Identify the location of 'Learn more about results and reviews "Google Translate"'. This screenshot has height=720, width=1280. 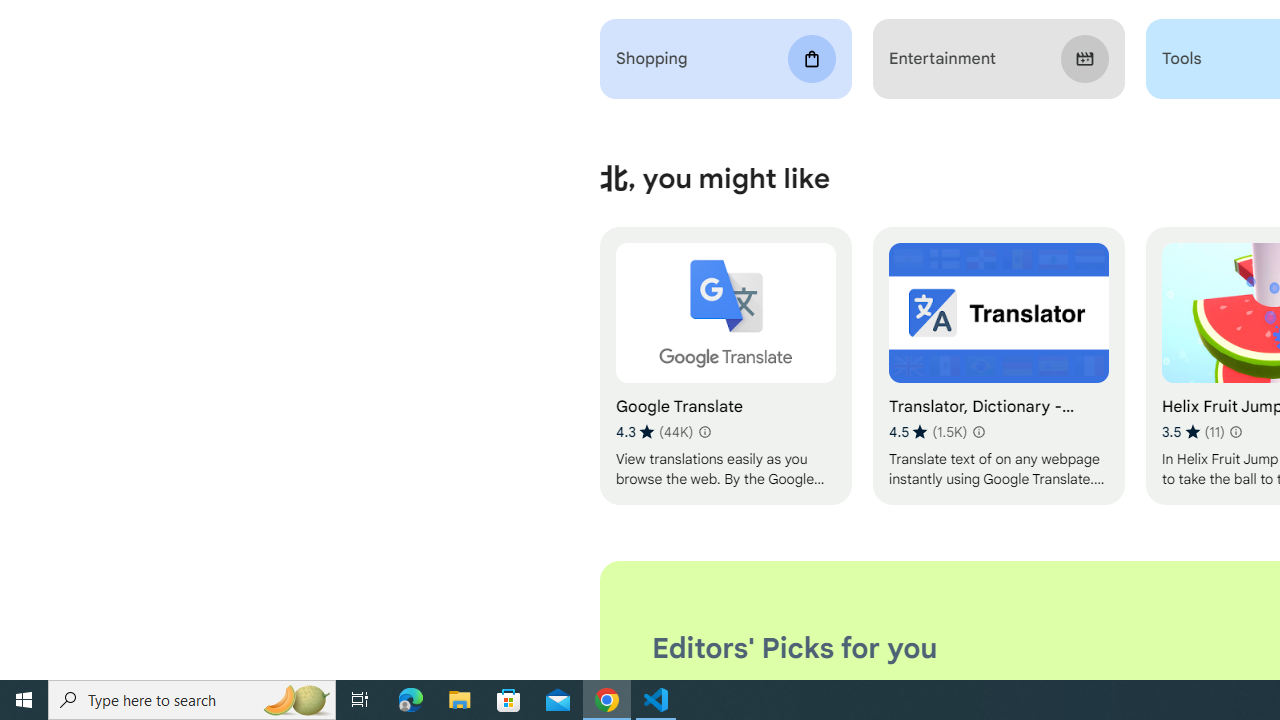
(704, 431).